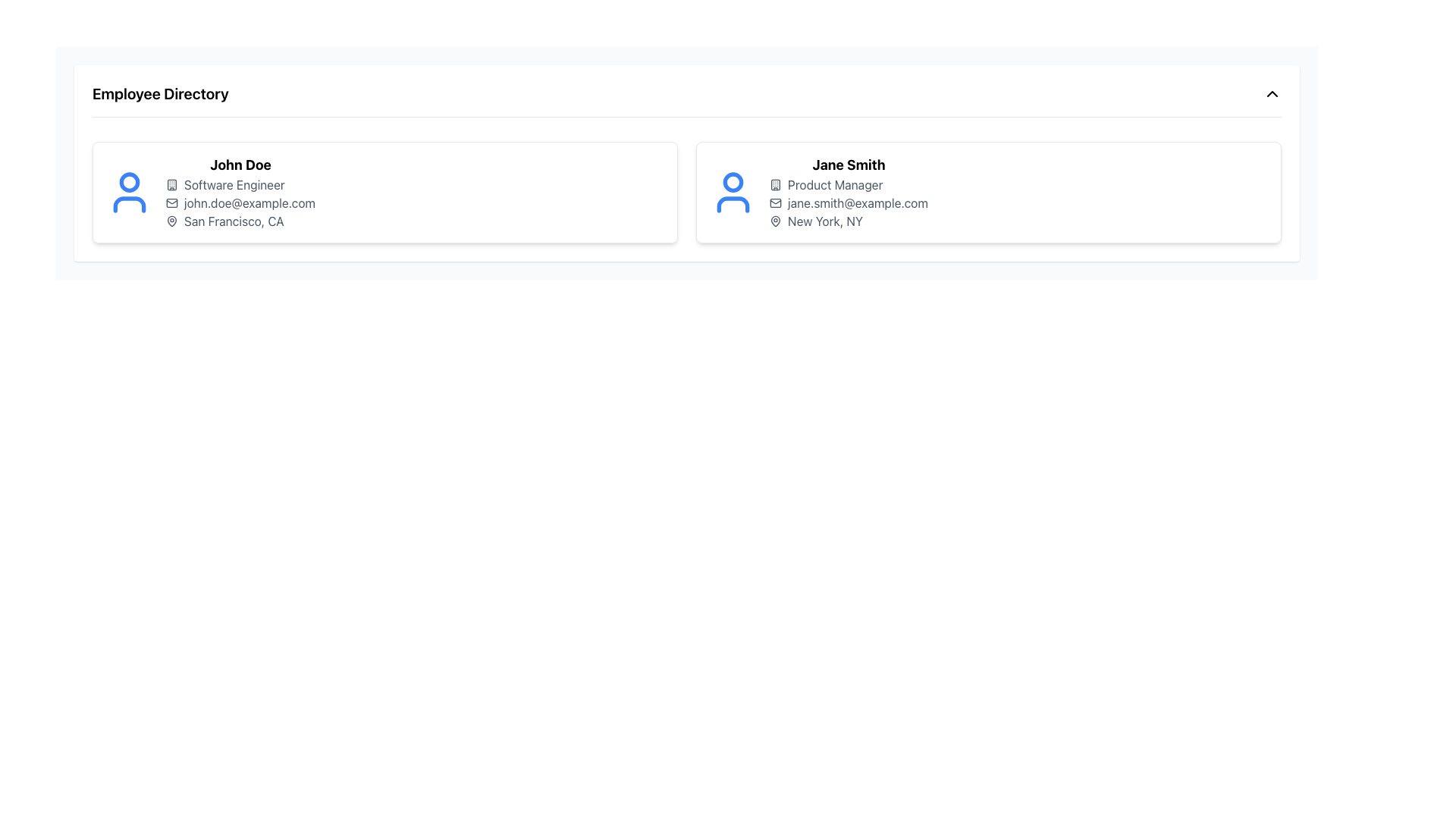 This screenshot has height=819, width=1456. I want to click on the mail icon located adjacent to the email text 'john.doe@example.com' in the employee information card for 'John Doe' through accessibility actions, so click(171, 202).